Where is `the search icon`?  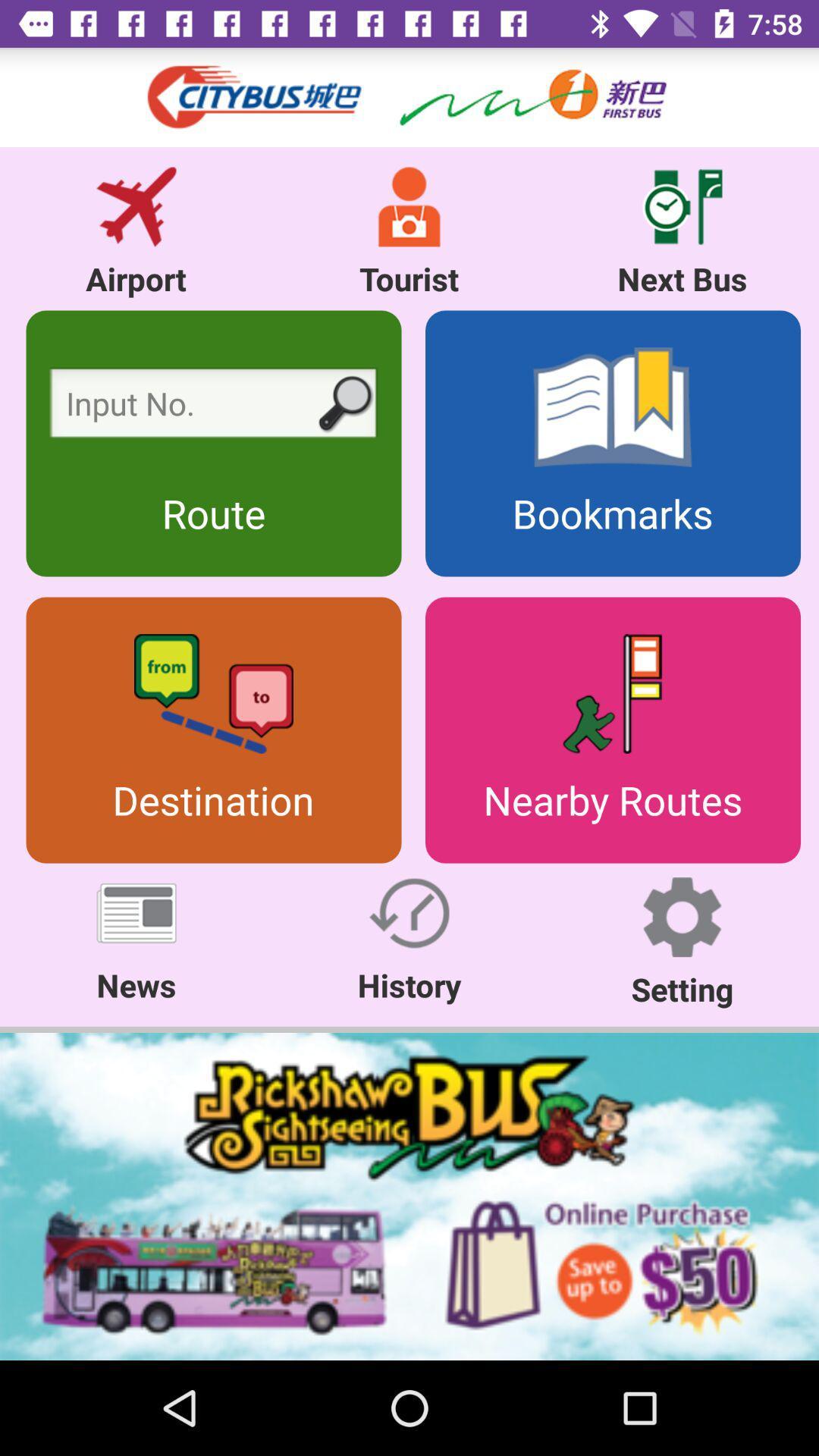
the search icon is located at coordinates (344, 405).